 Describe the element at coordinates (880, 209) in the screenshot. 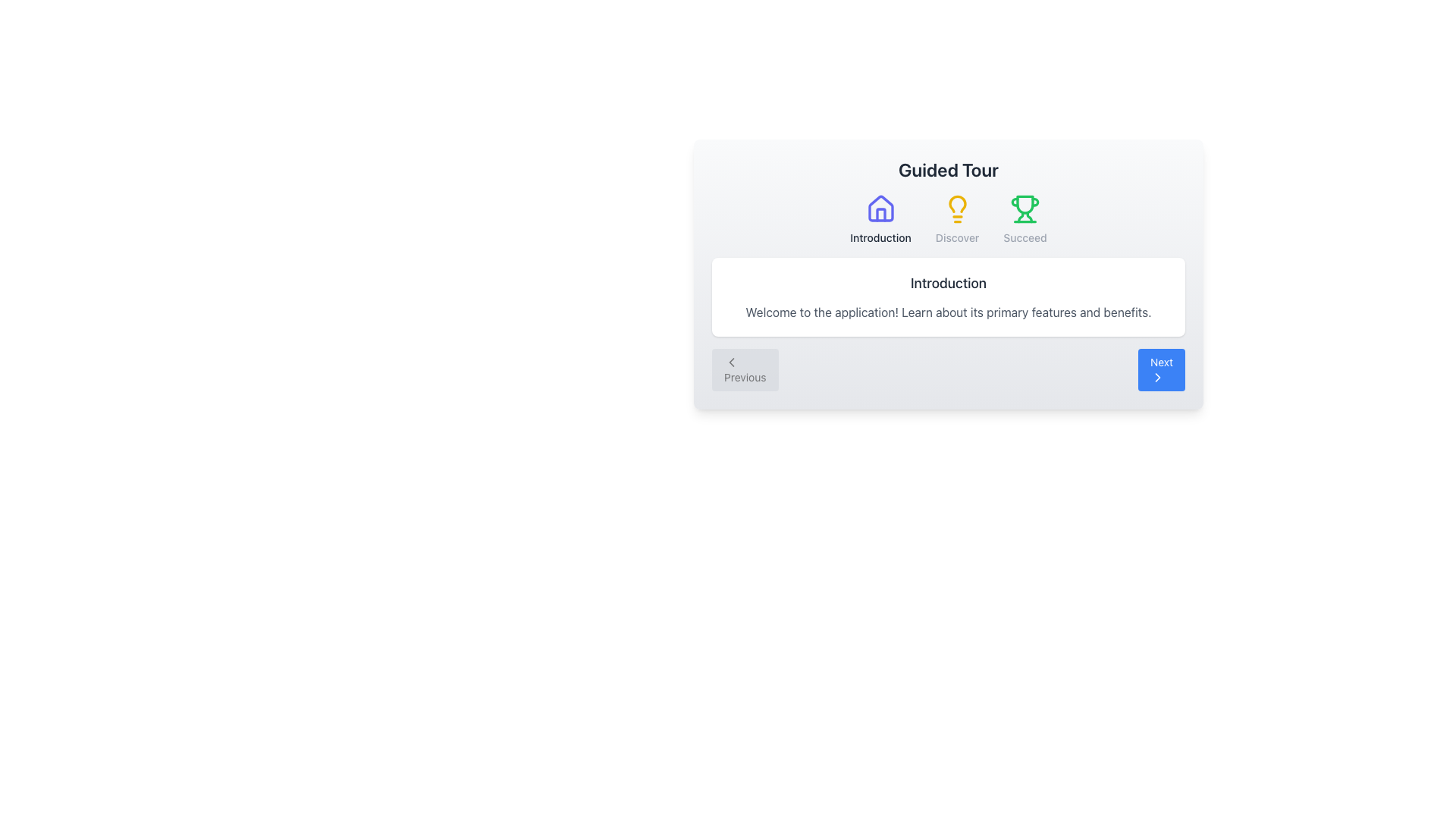

I see `the house-shaped icon with a purple-blue outline` at that location.